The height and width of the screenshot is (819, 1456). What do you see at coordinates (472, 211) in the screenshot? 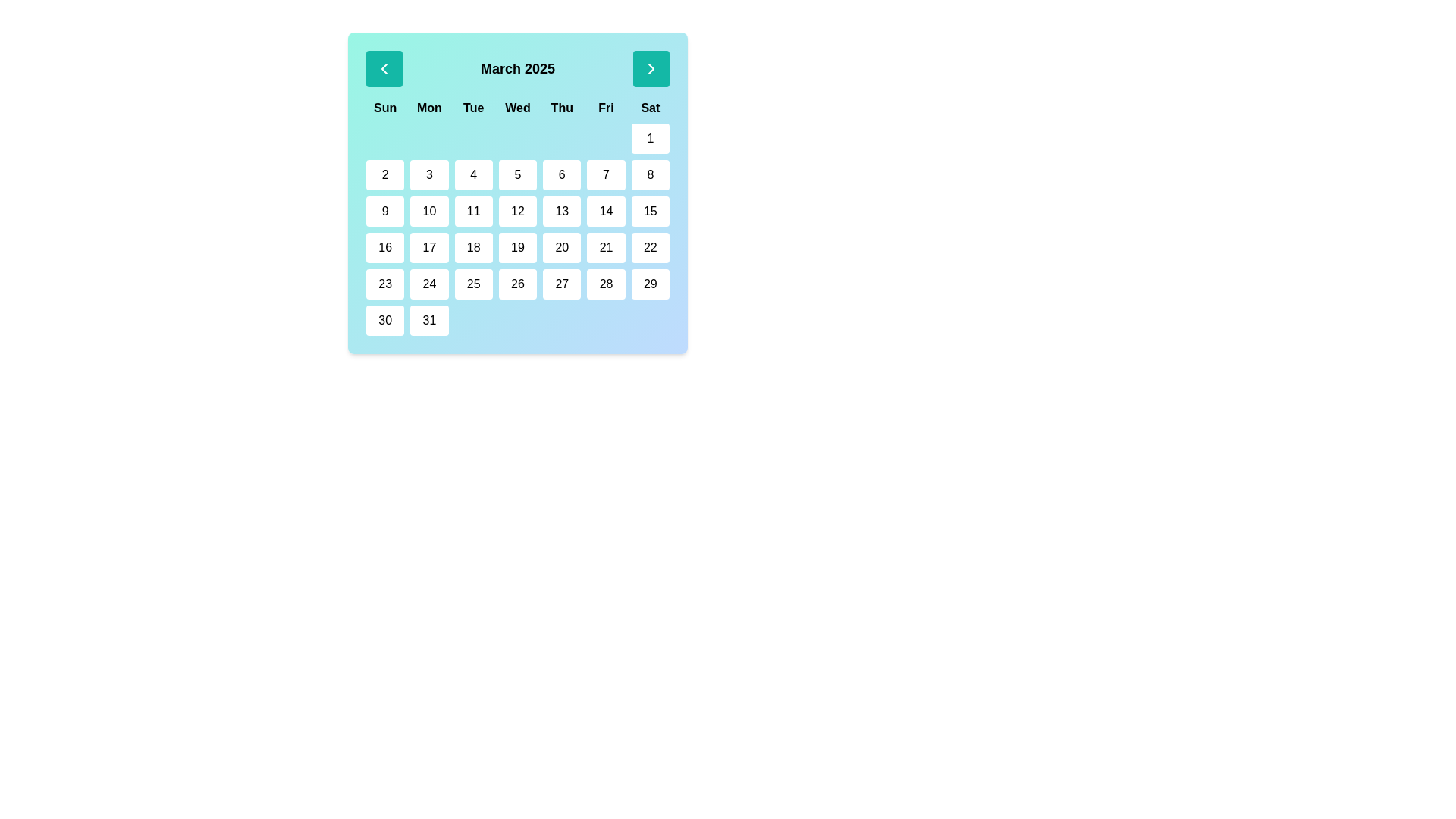
I see `the square button labeled '11' in the fourth row and fifth cell of the calendar grid` at bounding box center [472, 211].